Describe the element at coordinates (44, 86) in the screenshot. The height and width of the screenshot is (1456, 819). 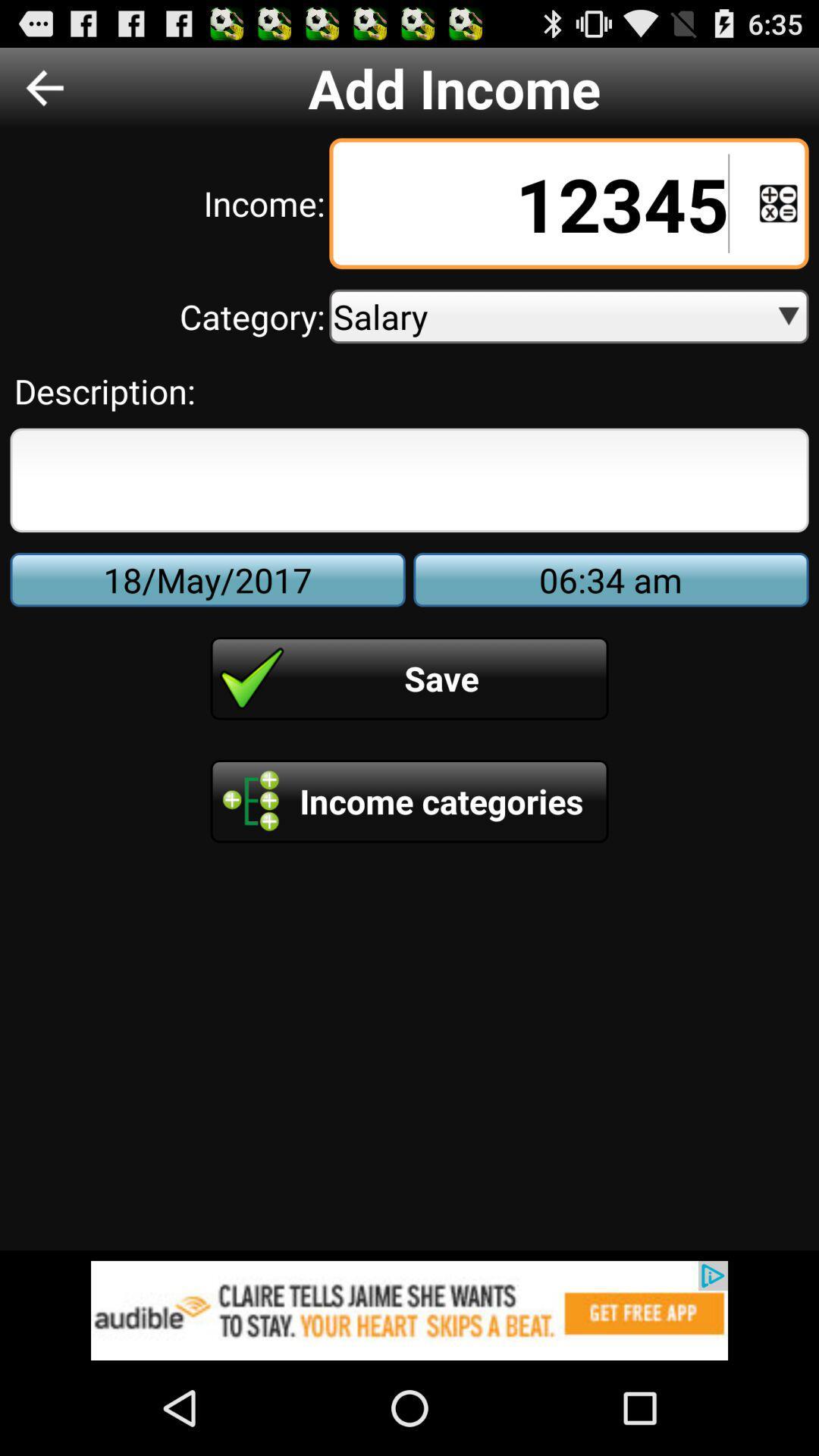
I see `go back` at that location.